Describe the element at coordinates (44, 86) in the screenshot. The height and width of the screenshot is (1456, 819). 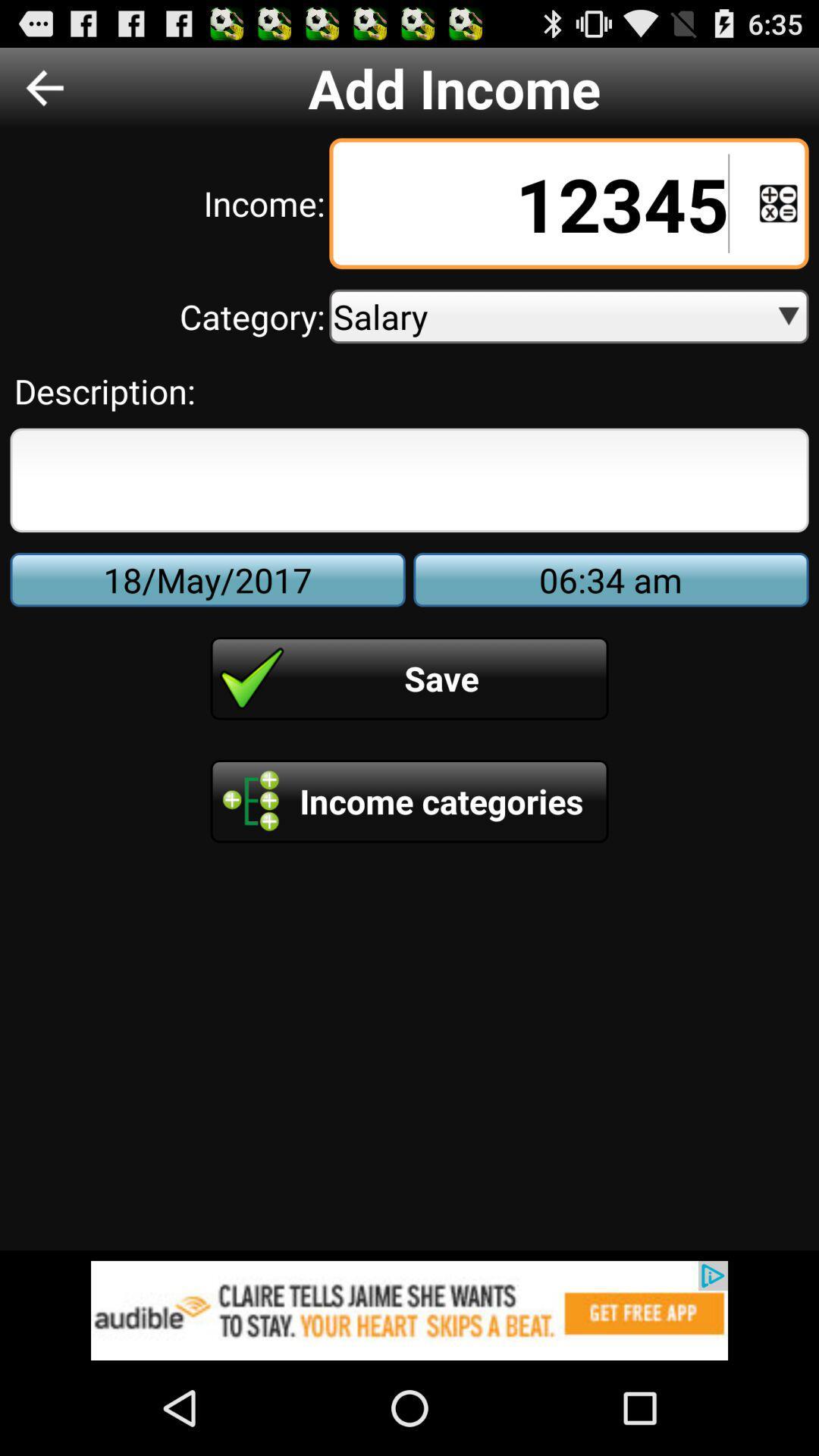
I see `go back` at that location.